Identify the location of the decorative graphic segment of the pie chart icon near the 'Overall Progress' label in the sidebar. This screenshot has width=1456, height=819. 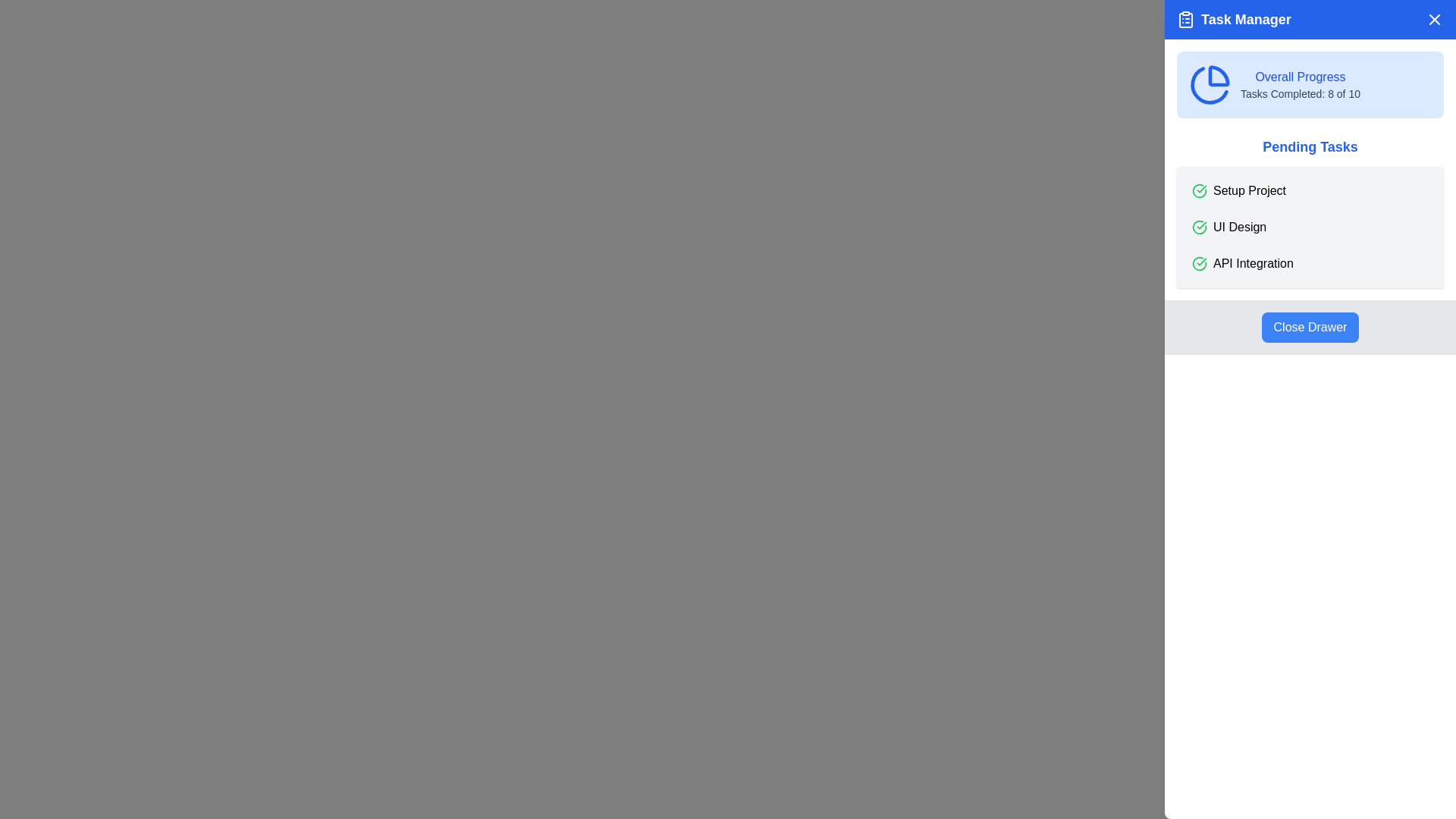
(1209, 85).